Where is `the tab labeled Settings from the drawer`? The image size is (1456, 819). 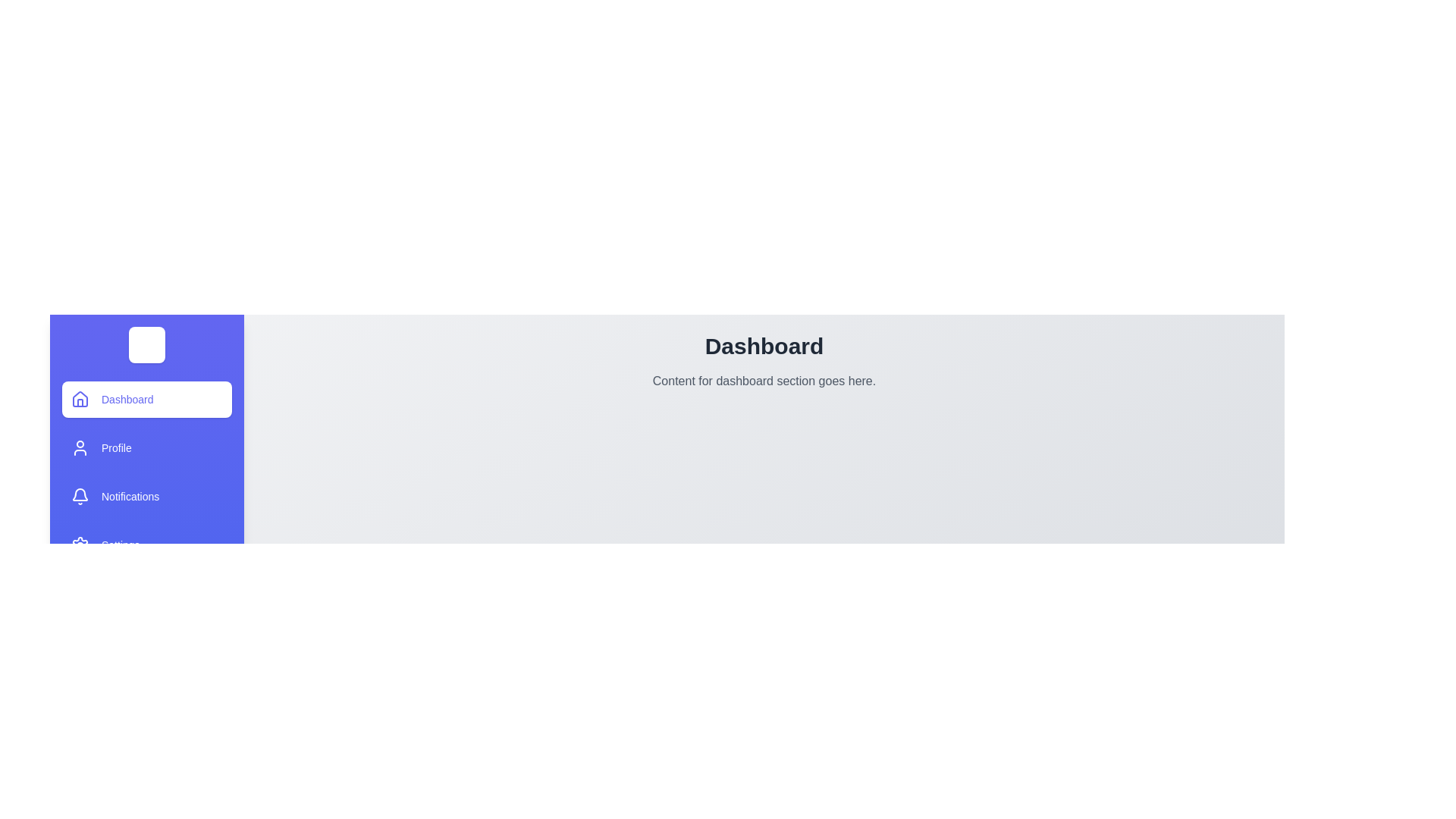
the tab labeled Settings from the drawer is located at coordinates (146, 544).